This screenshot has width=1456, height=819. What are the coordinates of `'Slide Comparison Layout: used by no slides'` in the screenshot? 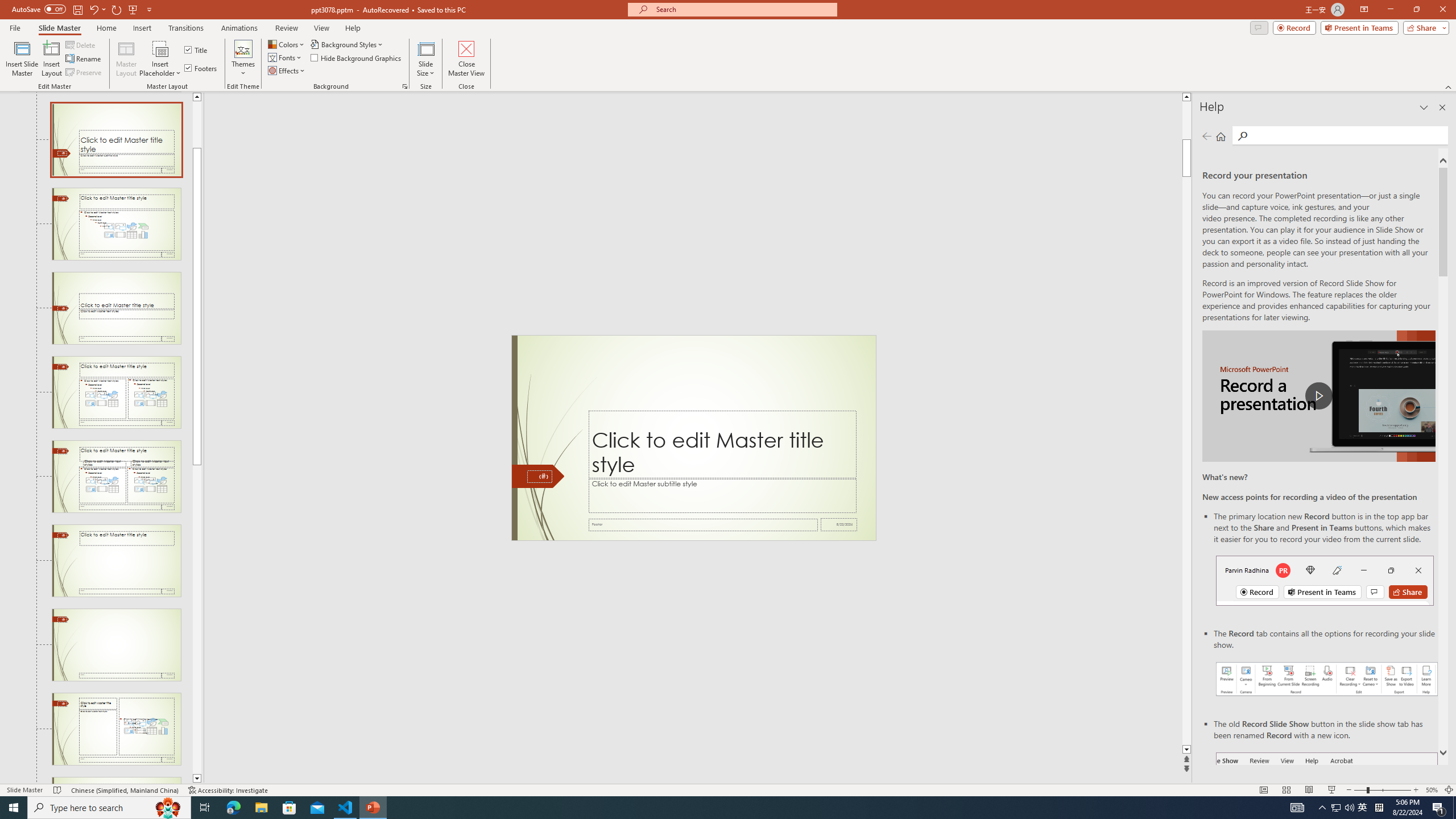 It's located at (115, 477).